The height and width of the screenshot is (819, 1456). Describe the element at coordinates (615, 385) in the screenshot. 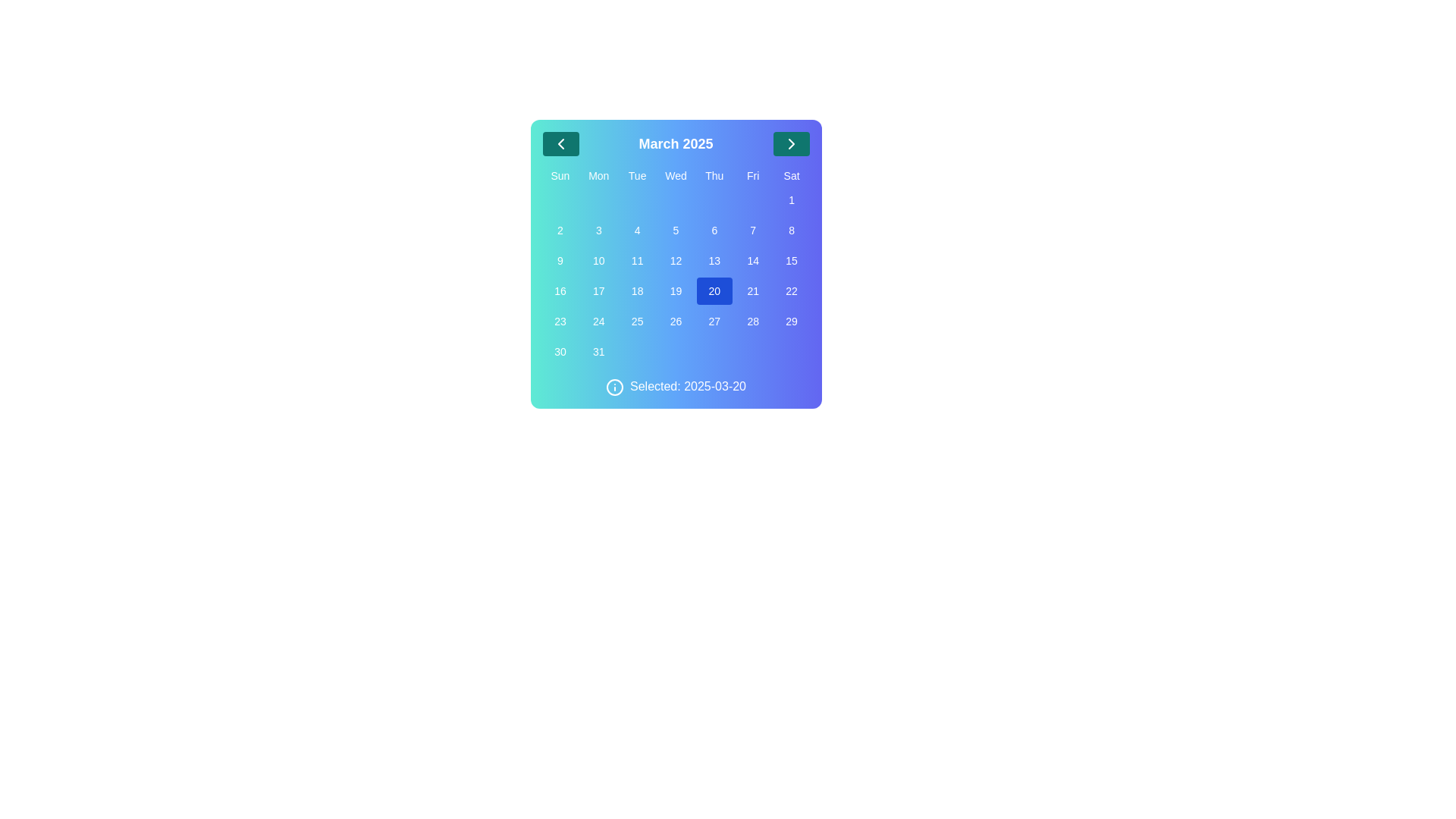

I see `the information icon located to the left of the label 'Selected: 2025-03-20' in the calendar interface, which provides access to additional information about the selected date` at that location.